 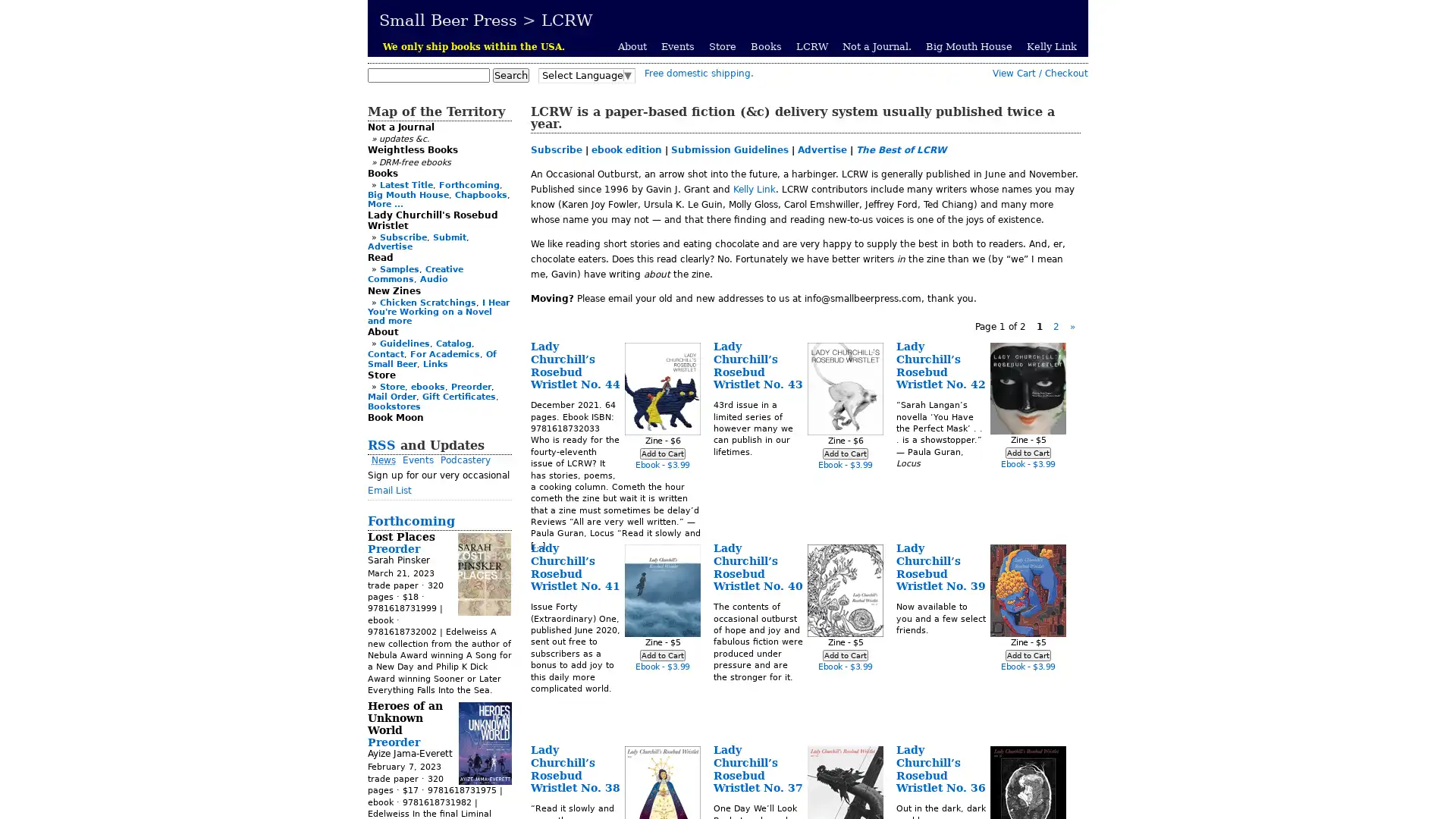 What do you see at coordinates (662, 452) in the screenshot?
I see `Add to Cart` at bounding box center [662, 452].